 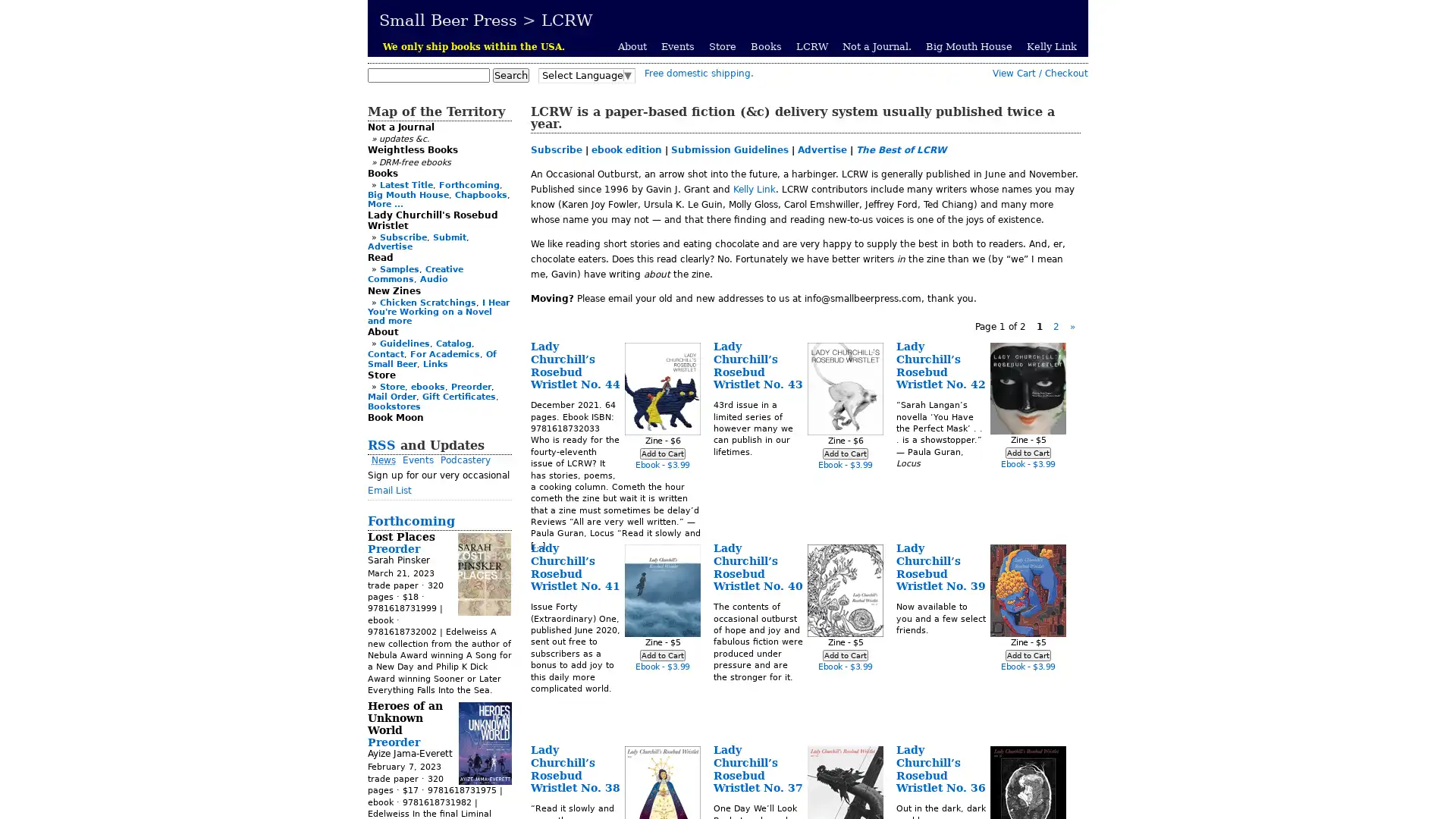 What do you see at coordinates (662, 452) in the screenshot?
I see `Add to Cart` at bounding box center [662, 452].